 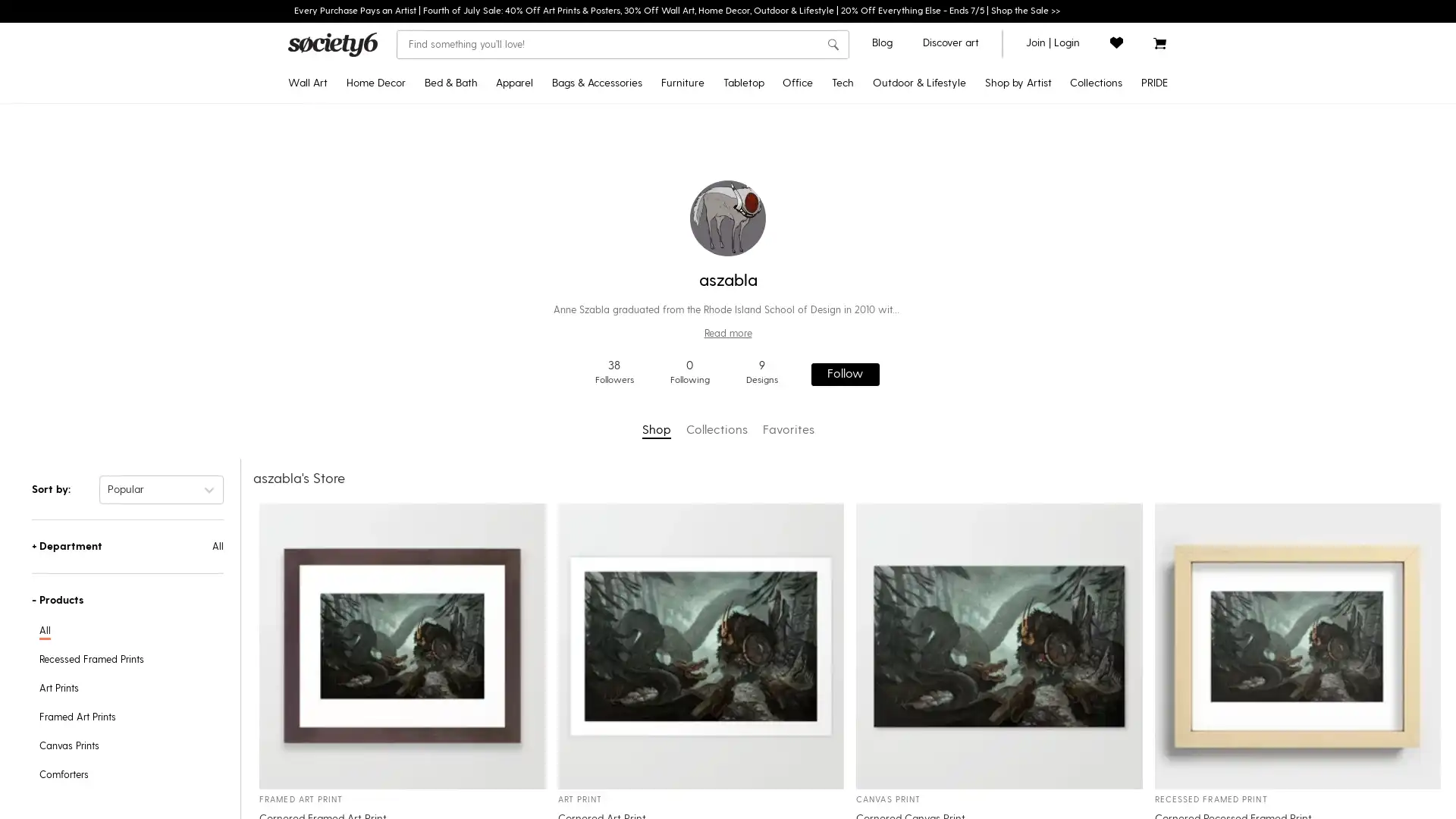 What do you see at coordinates (375, 83) in the screenshot?
I see `Home Decor` at bounding box center [375, 83].